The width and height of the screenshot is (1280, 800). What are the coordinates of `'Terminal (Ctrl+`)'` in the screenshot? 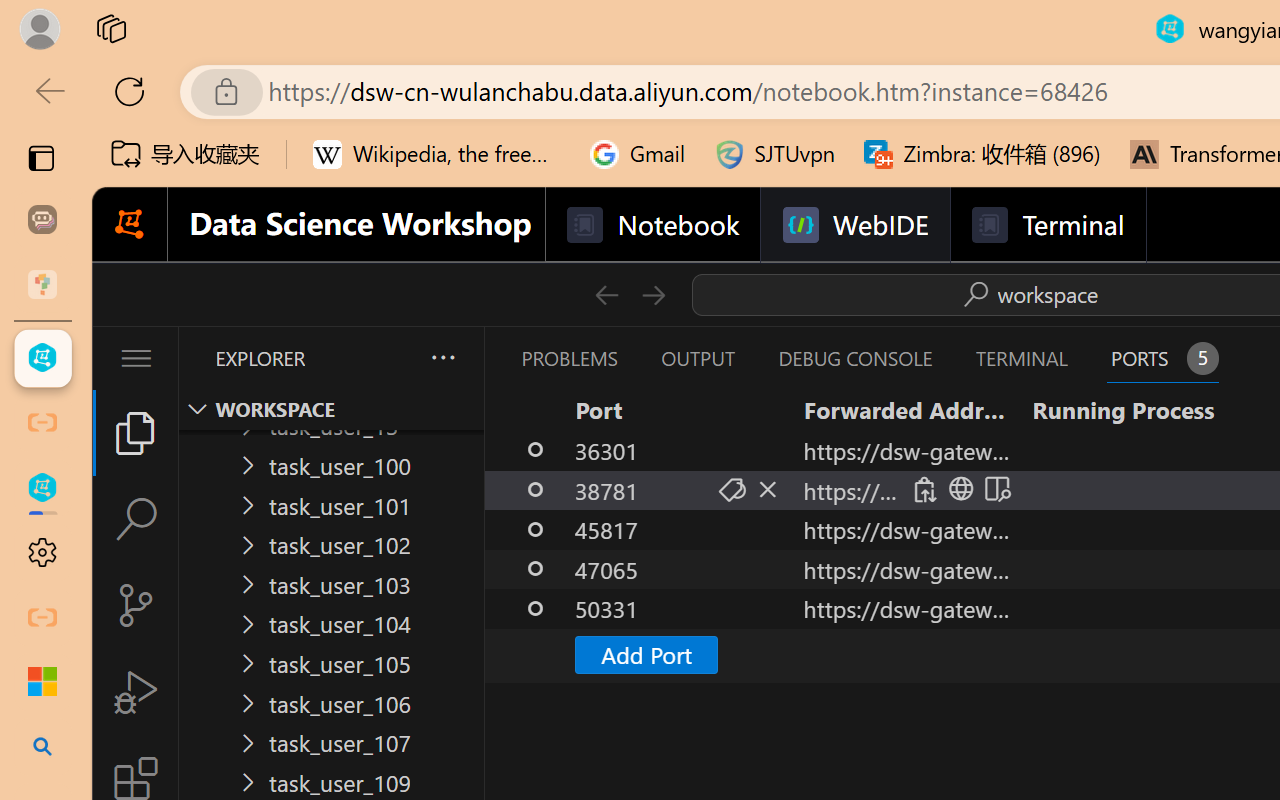 It's located at (1021, 358).